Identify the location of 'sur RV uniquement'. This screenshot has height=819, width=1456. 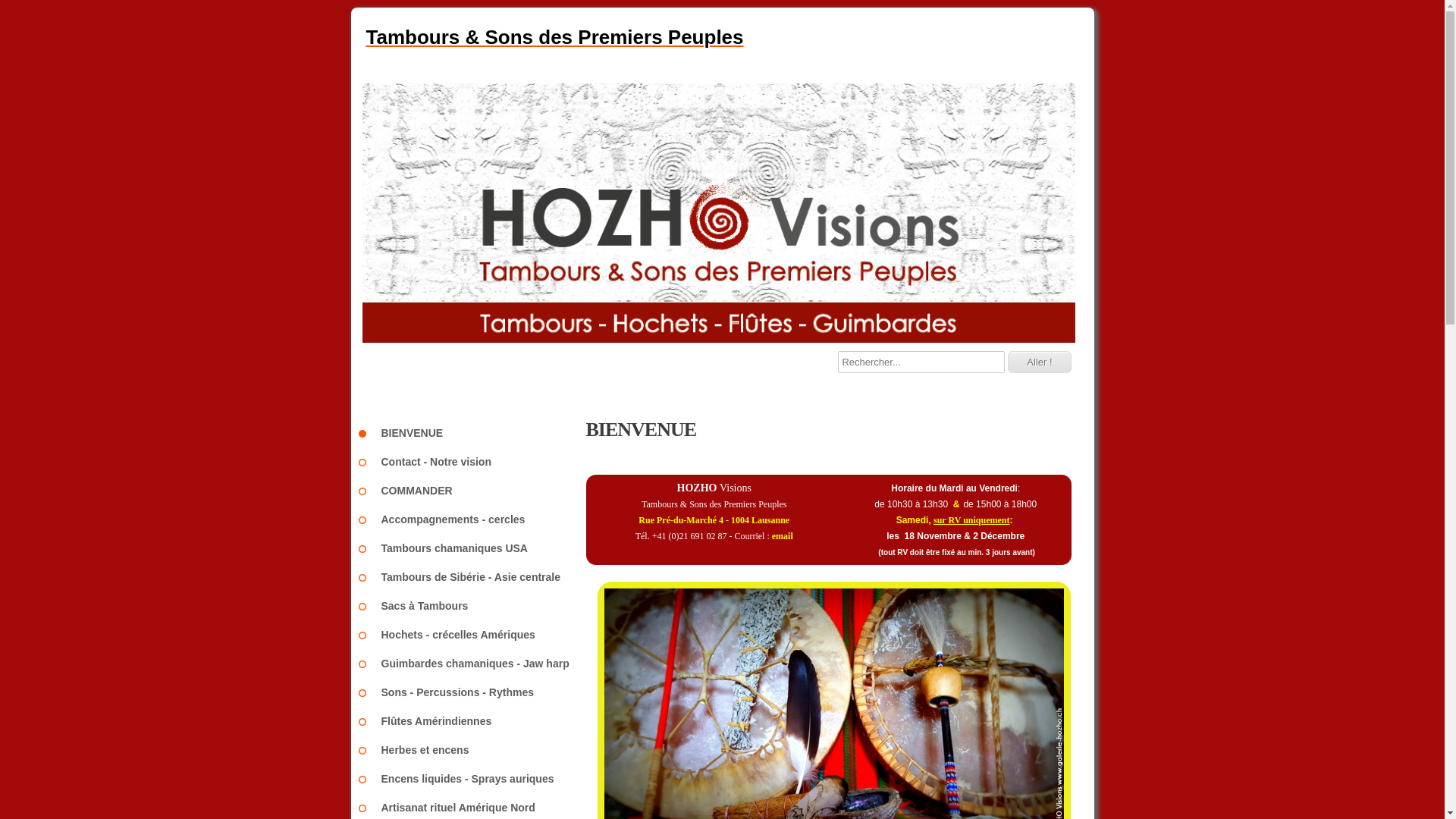
(971, 519).